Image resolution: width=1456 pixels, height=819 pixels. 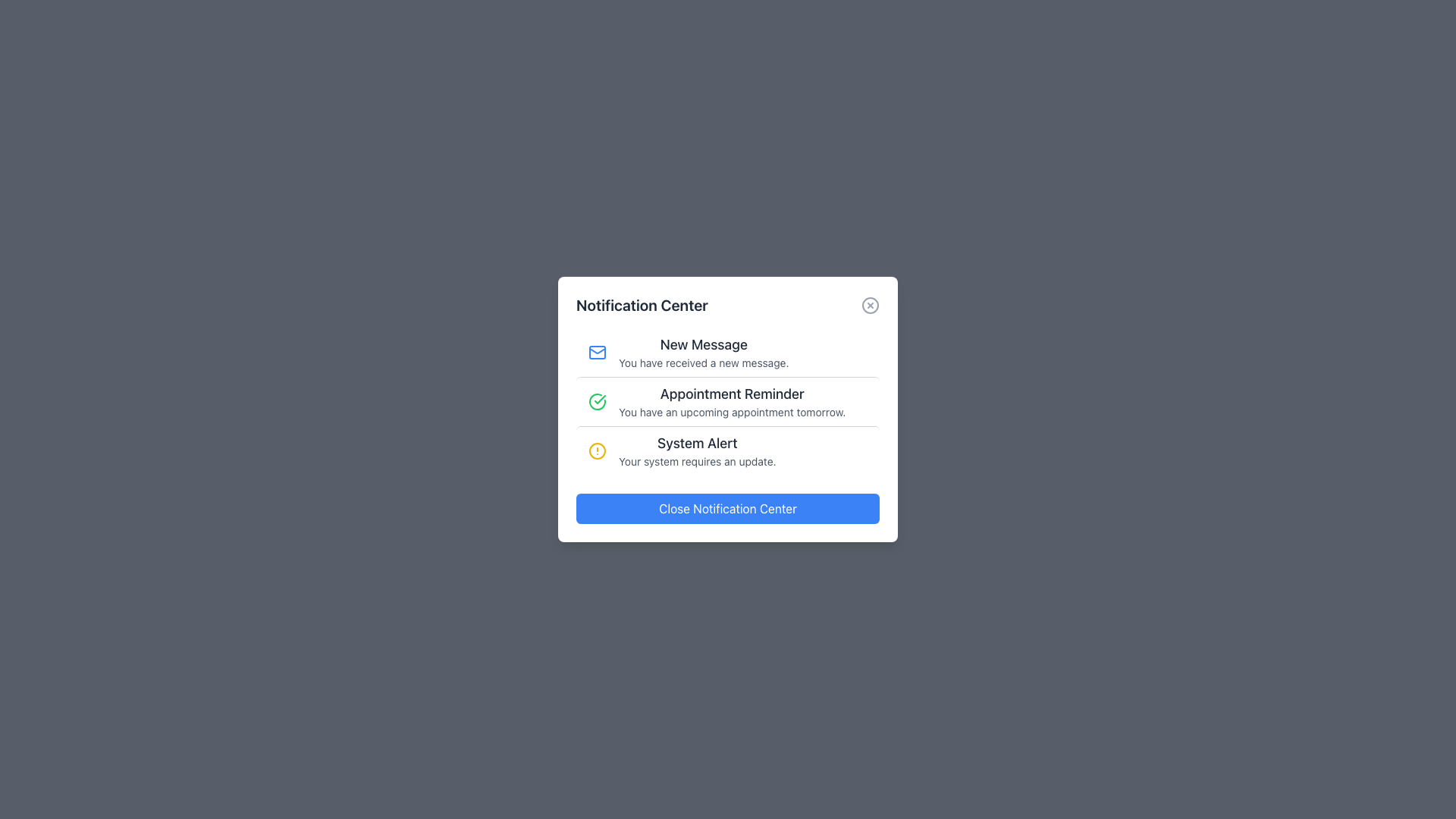 What do you see at coordinates (728, 400) in the screenshot?
I see `the second notification item in the Notification Center, which contains a green checkmark icon and the title 'Appointment Reminder'` at bounding box center [728, 400].